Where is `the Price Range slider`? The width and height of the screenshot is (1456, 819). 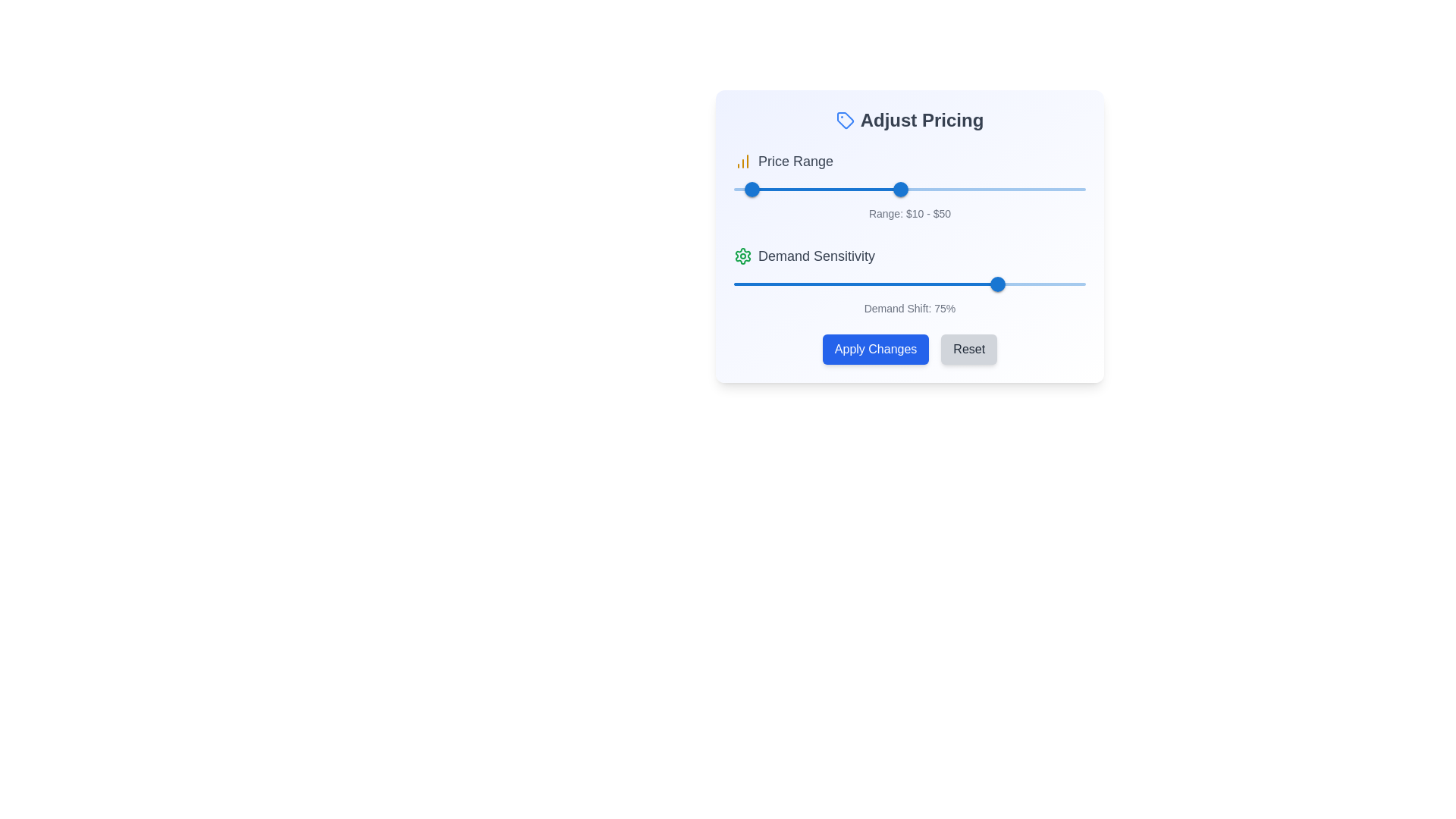 the Price Range slider is located at coordinates (761, 189).